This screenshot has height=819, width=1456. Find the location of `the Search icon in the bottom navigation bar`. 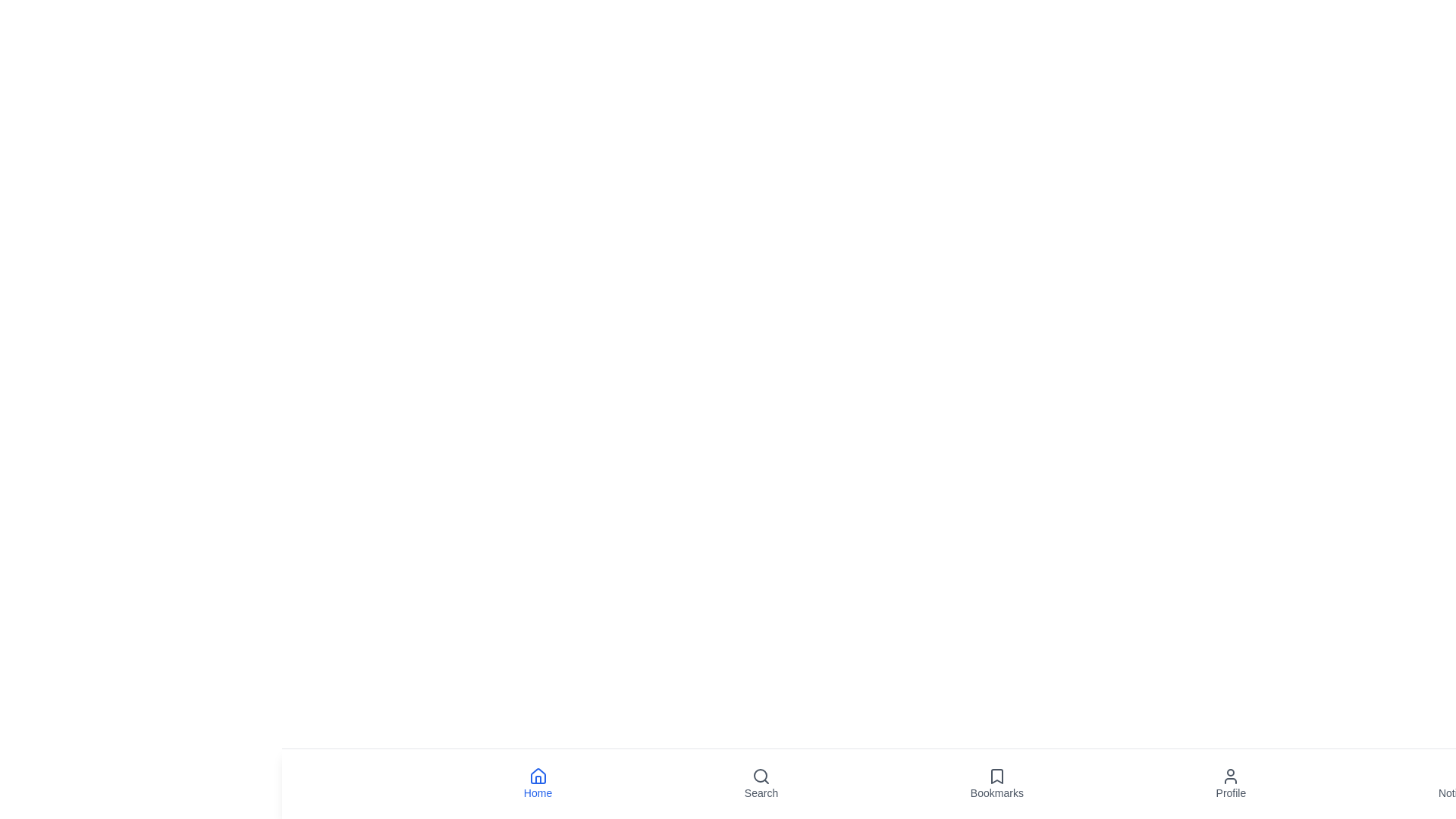

the Search icon in the bottom navigation bar is located at coordinates (761, 783).